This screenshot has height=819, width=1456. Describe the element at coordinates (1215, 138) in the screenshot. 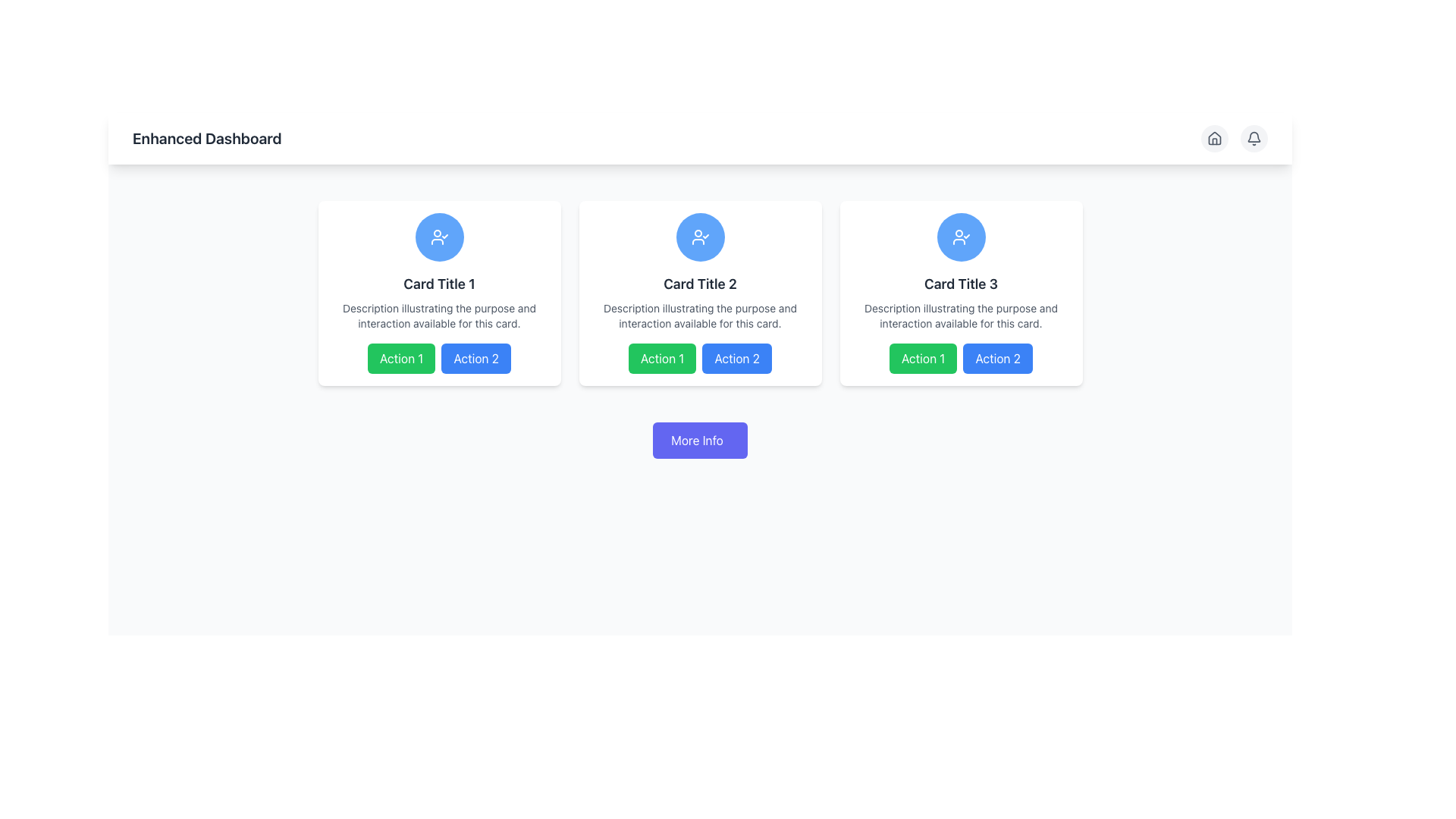

I see `the button in the upper-right corner of the interface, which serves as a shortcut` at that location.